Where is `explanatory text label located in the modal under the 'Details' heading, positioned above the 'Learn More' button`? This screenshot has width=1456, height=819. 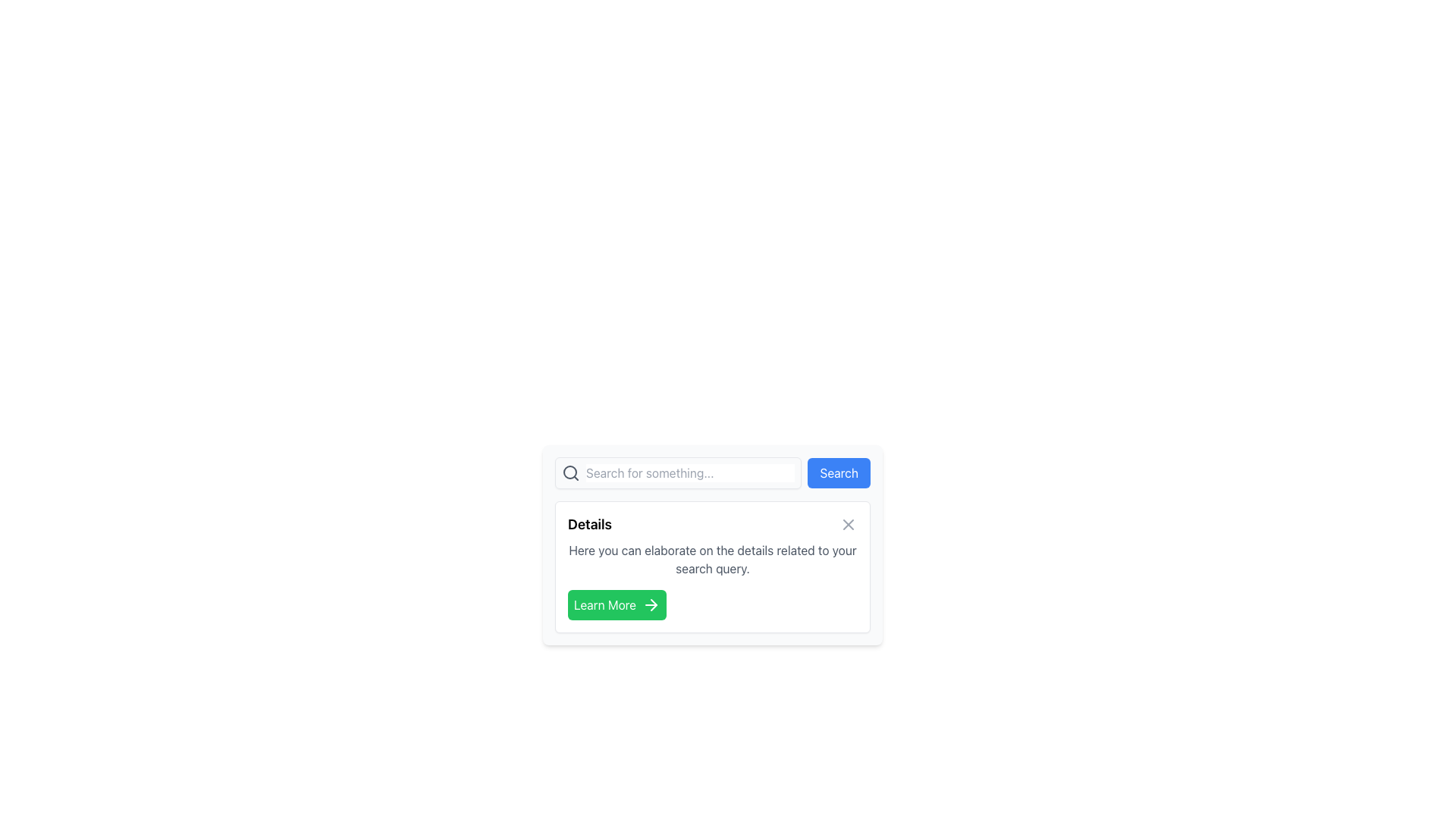 explanatory text label located in the modal under the 'Details' heading, positioned above the 'Learn More' button is located at coordinates (712, 559).